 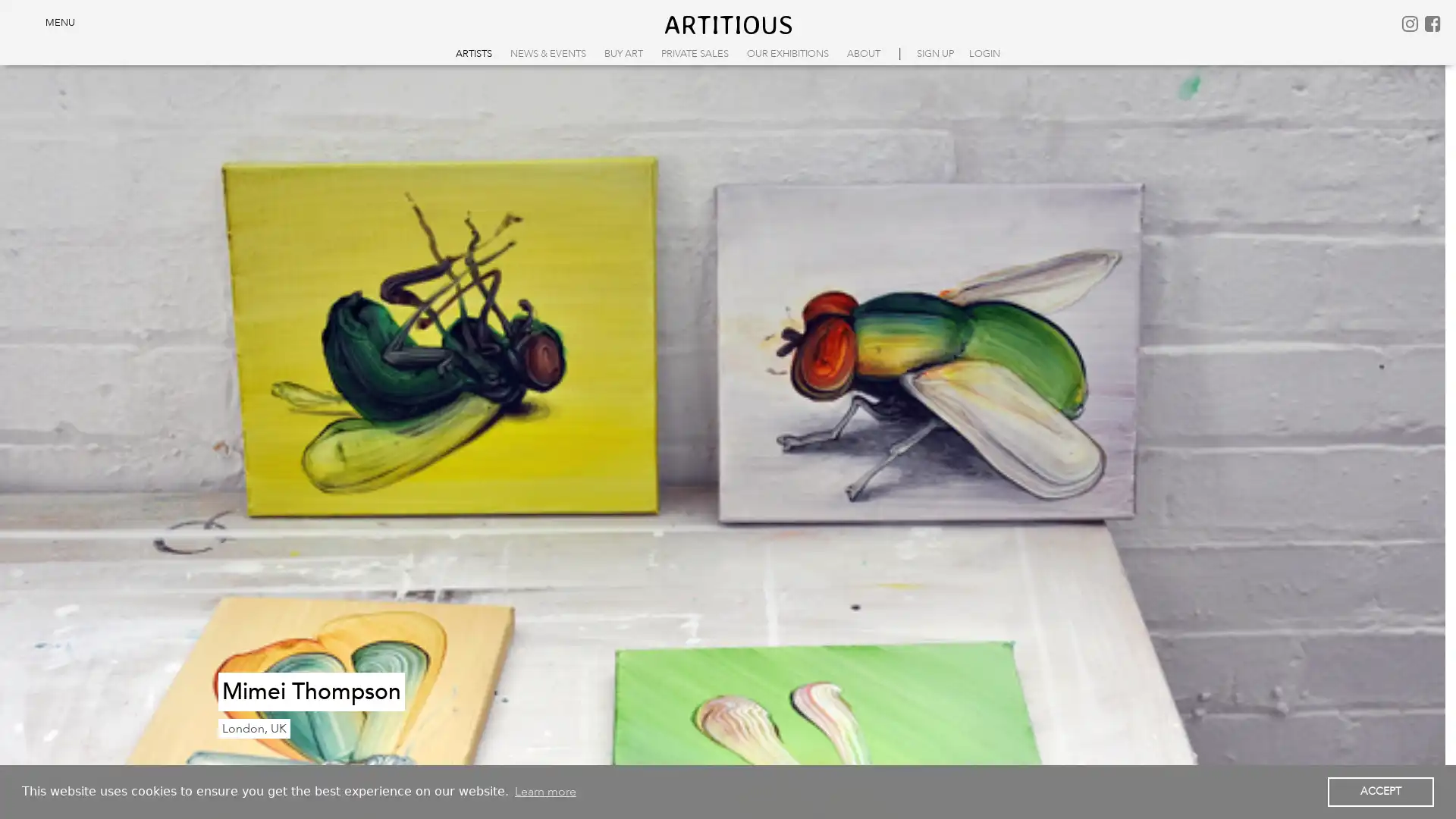 What do you see at coordinates (545, 791) in the screenshot?
I see `learn more about cookies` at bounding box center [545, 791].